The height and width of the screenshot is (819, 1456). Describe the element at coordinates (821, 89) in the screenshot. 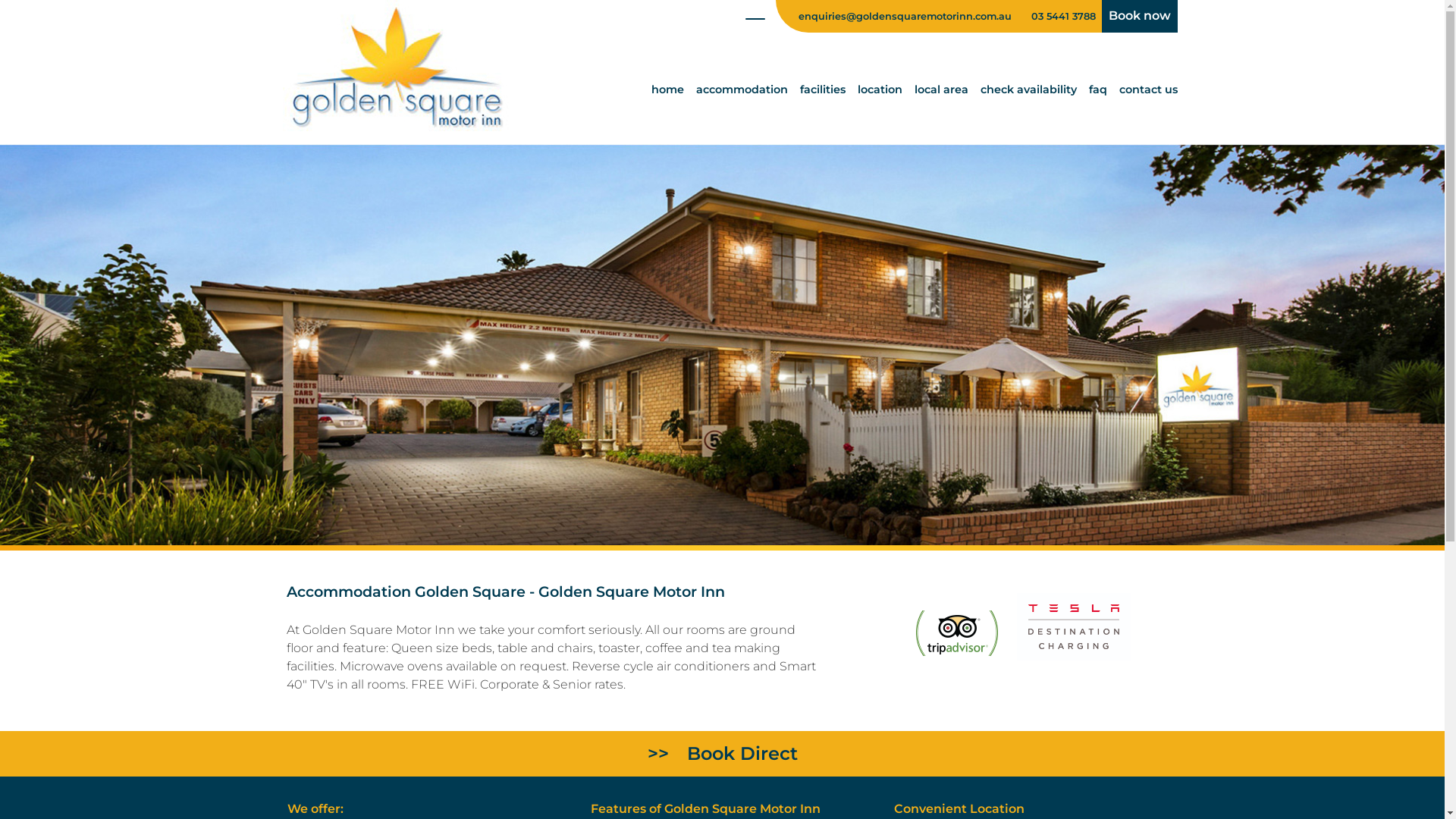

I see `'facilities'` at that location.